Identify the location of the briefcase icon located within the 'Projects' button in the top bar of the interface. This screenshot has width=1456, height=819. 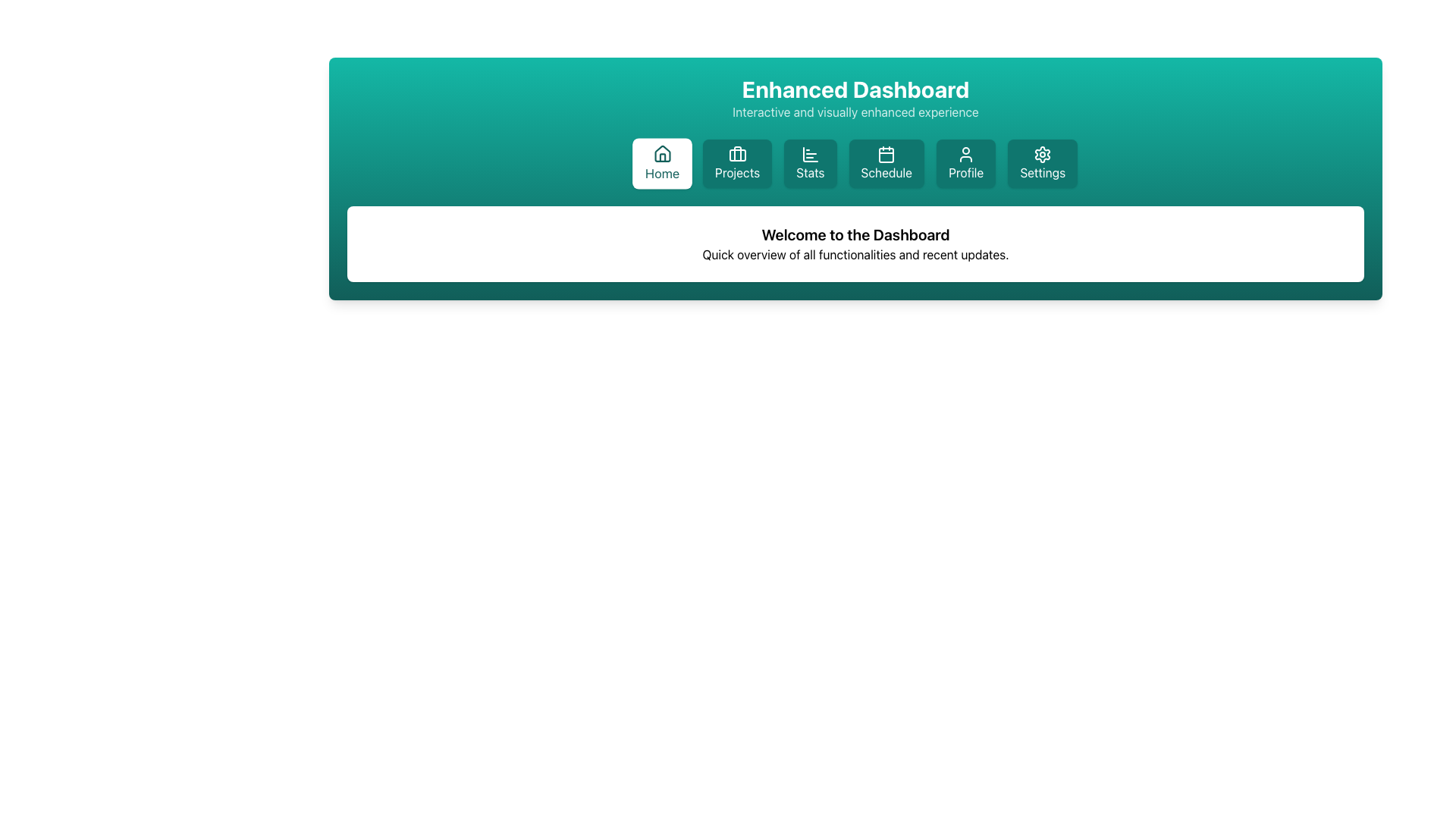
(737, 155).